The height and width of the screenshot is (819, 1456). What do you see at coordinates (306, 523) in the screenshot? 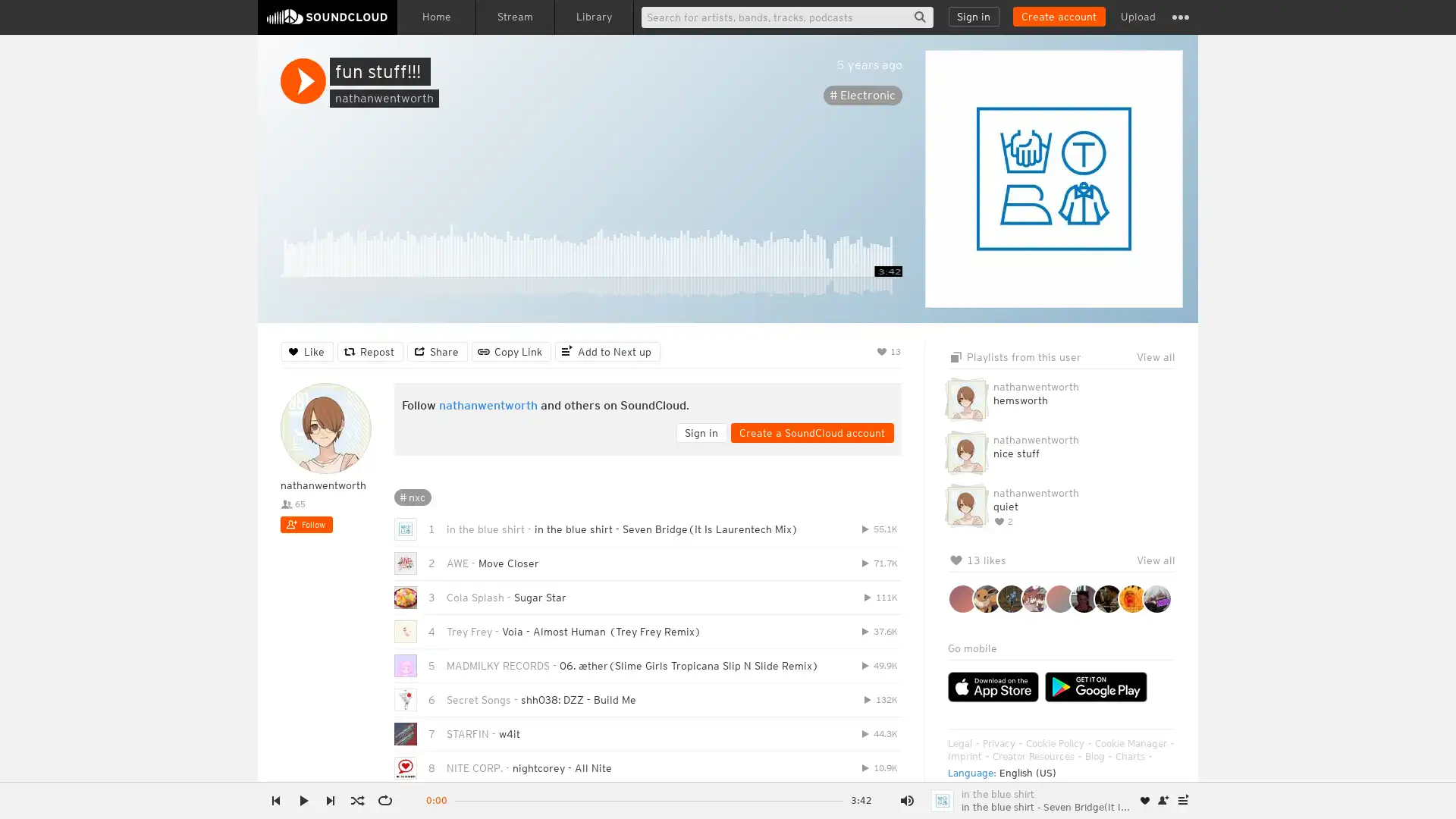
I see `Follow` at bounding box center [306, 523].